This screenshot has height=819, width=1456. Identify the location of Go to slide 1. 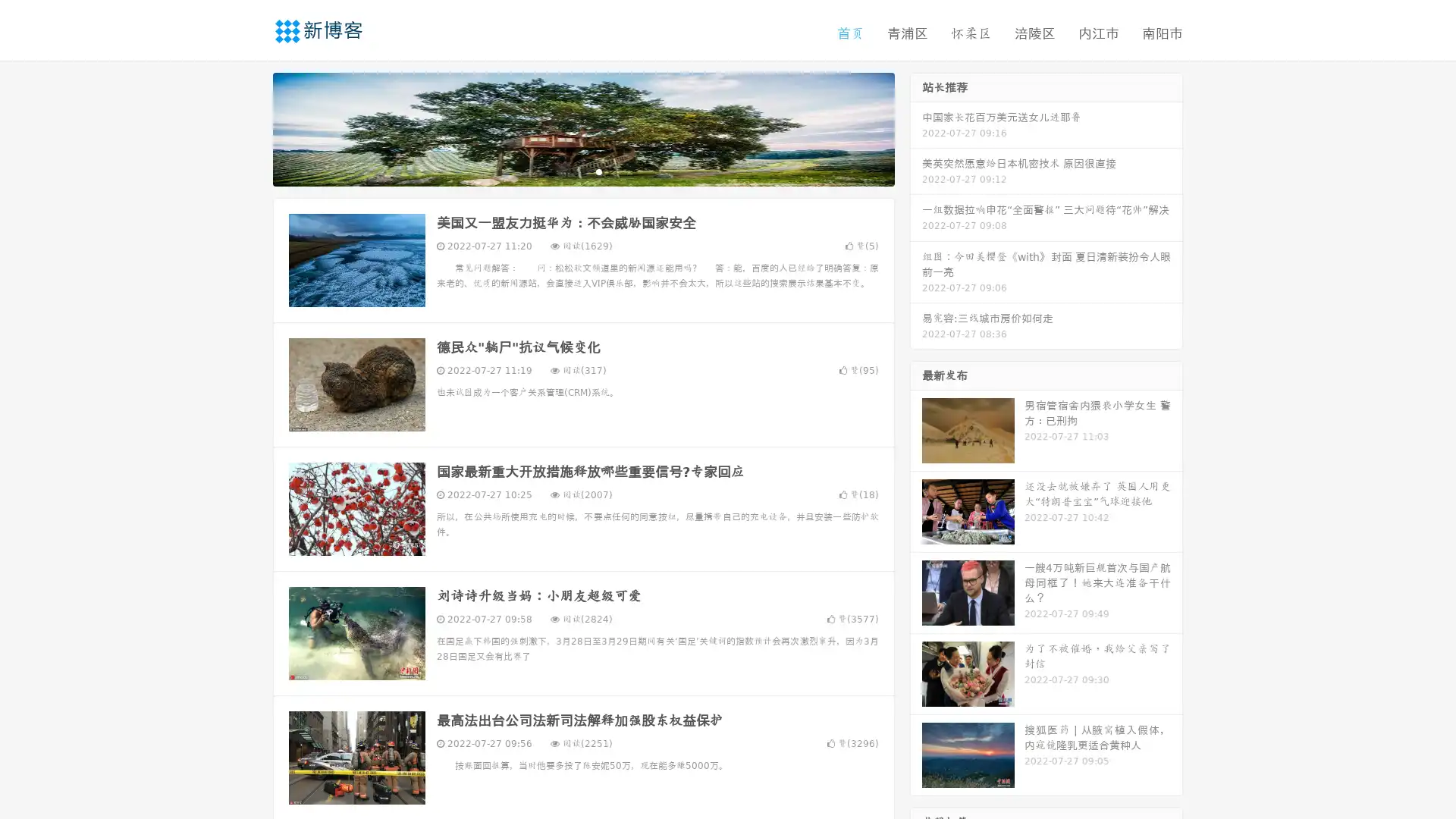
(567, 171).